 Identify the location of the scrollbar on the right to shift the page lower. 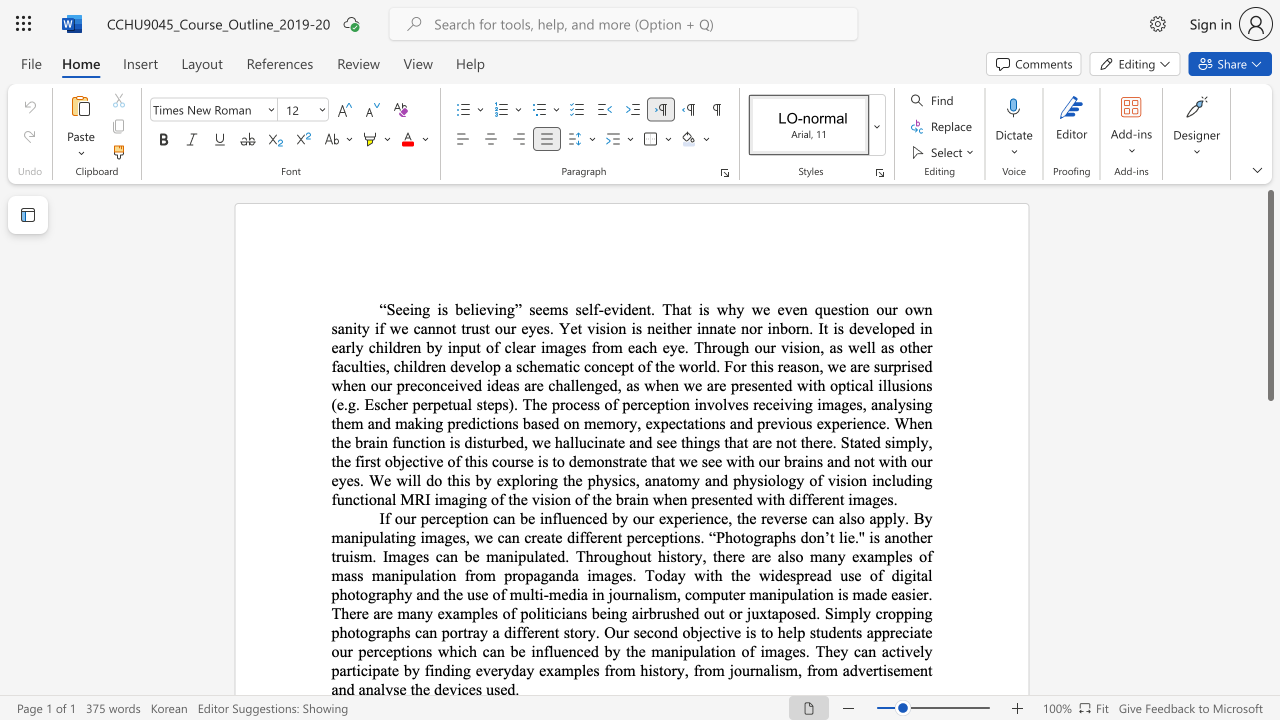
(1269, 470).